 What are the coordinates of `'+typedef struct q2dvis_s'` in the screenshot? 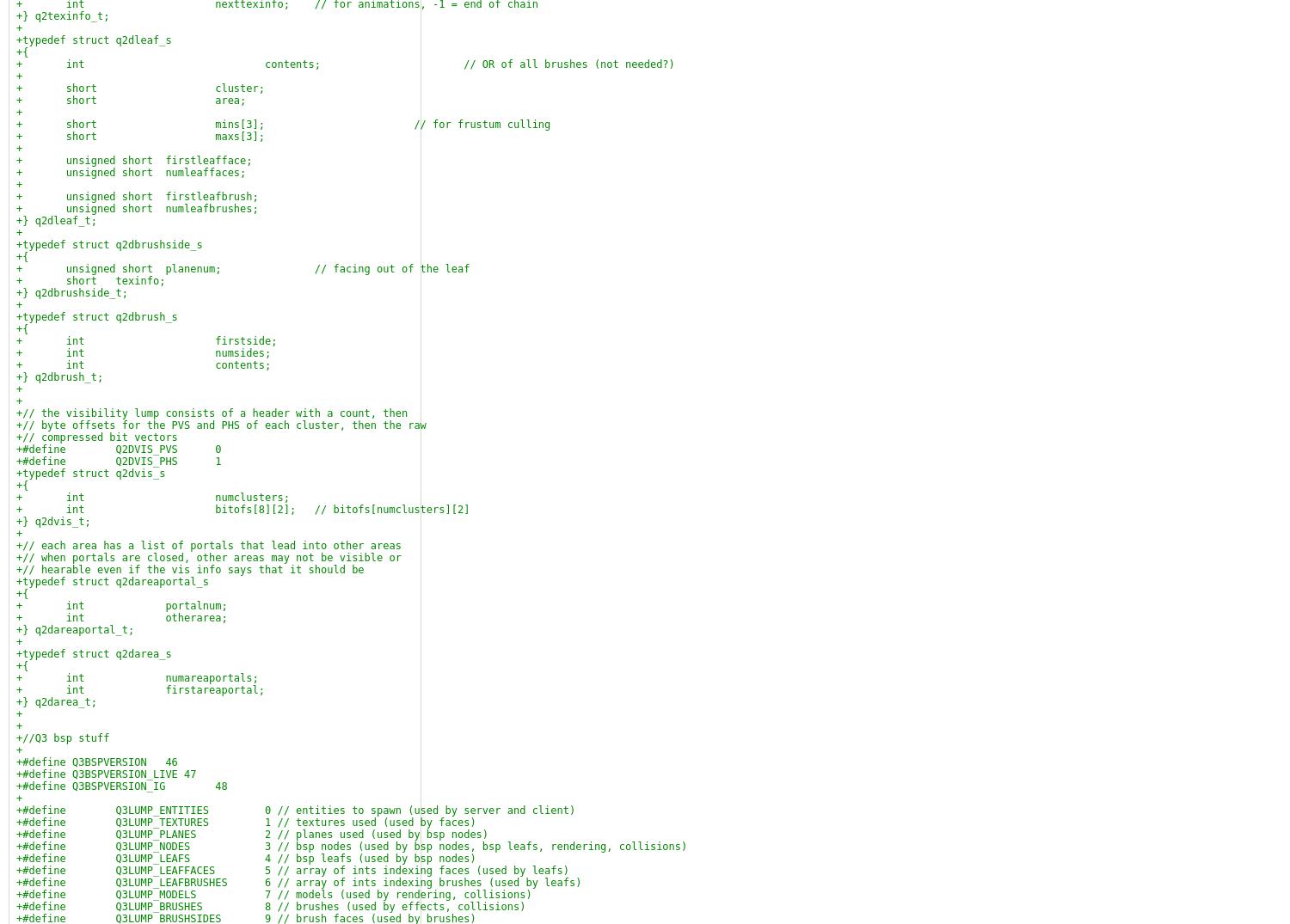 It's located at (89, 474).